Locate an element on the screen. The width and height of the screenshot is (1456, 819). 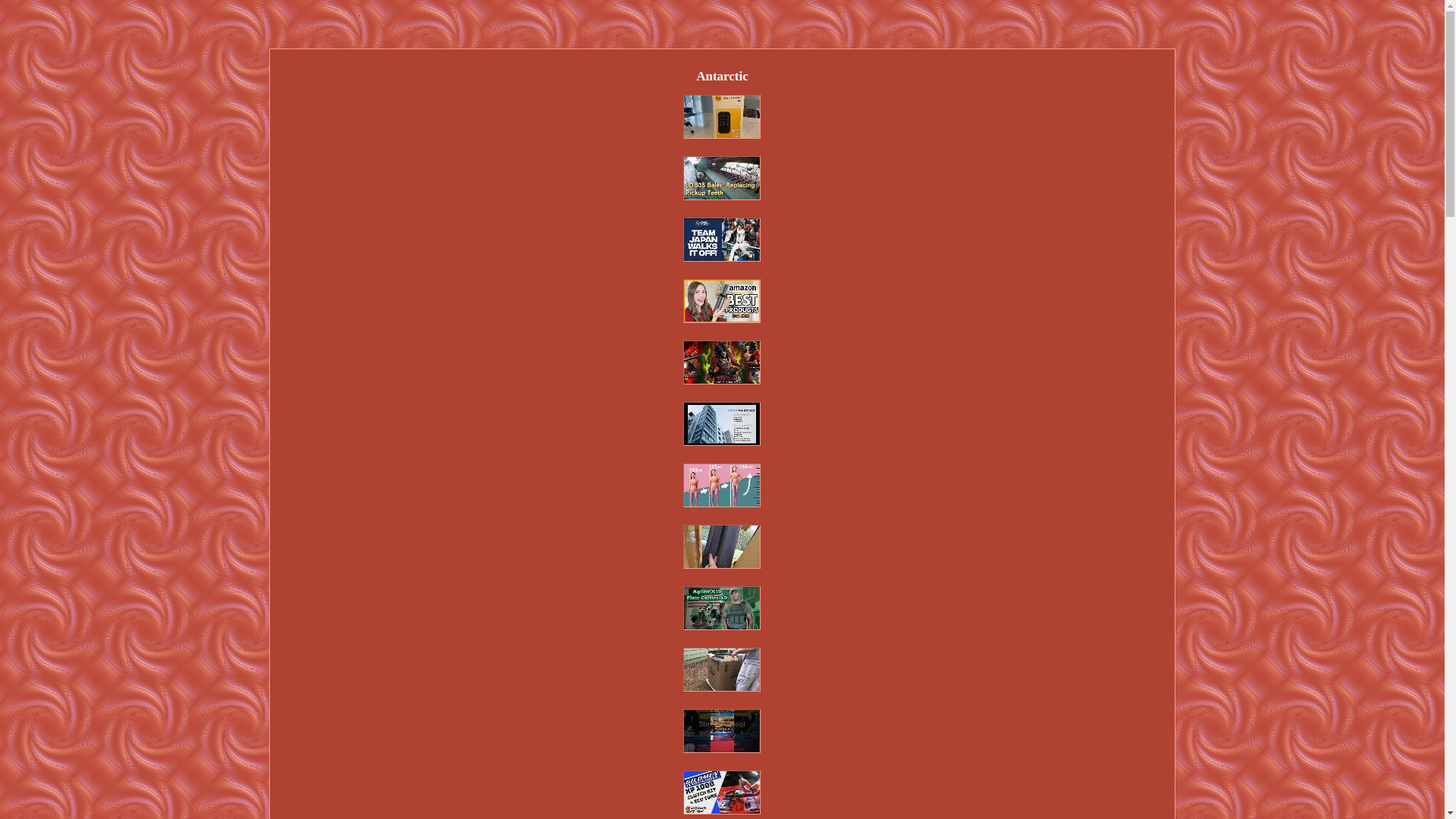
'Condor Military PALS/MOLLE Quick Release Plate Carrier QPC' is located at coordinates (720, 607).